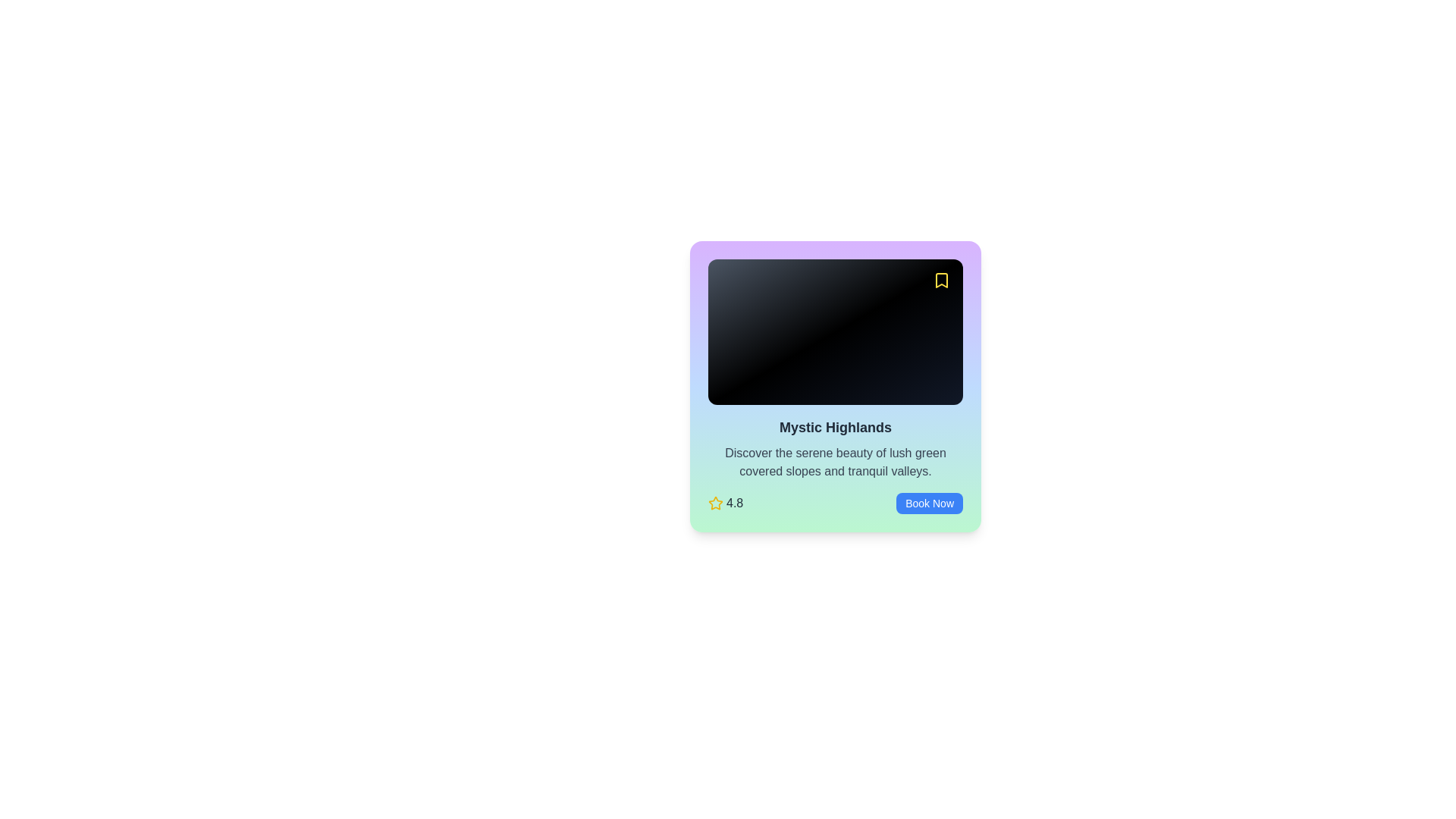 This screenshot has height=819, width=1456. What do you see at coordinates (941, 281) in the screenshot?
I see `the small yellow bookmark icon at the top-right corner of the black rectangular area` at bounding box center [941, 281].